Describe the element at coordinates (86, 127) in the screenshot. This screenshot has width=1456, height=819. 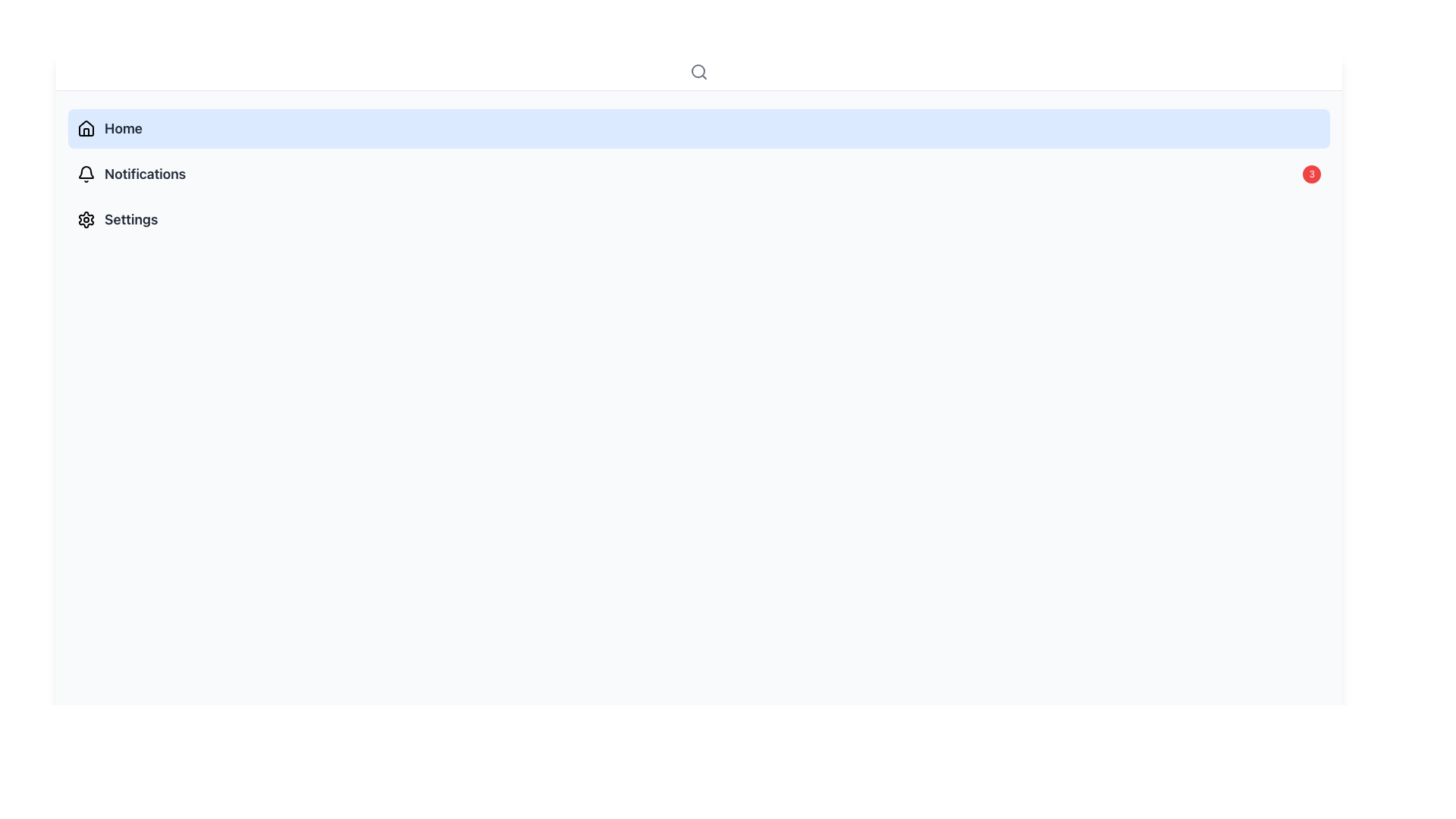
I see `the house-shaped icon located in the navigation menu next to the 'Home' text label` at that location.